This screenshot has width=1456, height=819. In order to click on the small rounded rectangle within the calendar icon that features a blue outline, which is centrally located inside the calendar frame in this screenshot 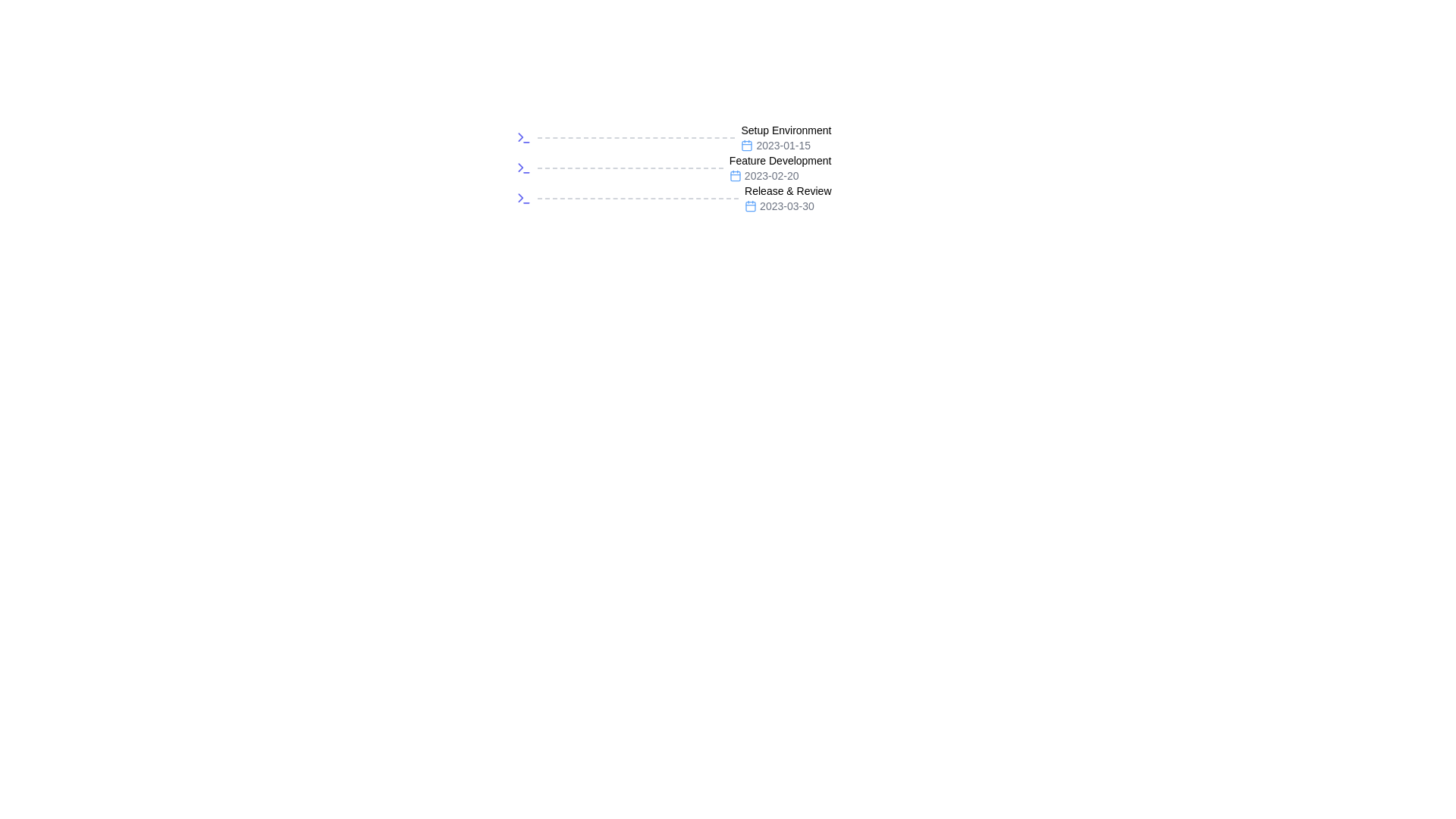, I will do `click(747, 146)`.